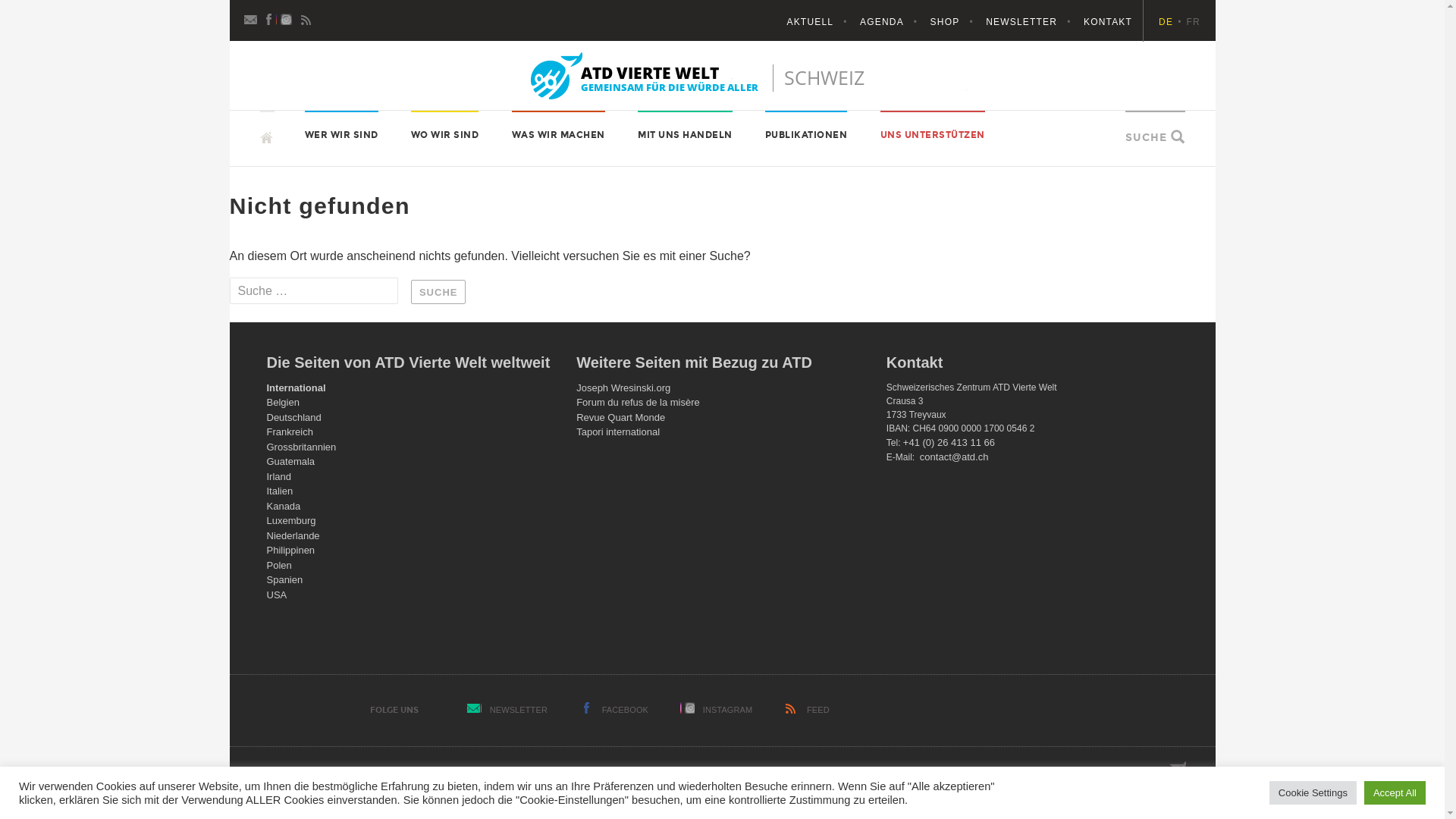  Describe the element at coordinates (817, 710) in the screenshot. I see `'FEED'` at that location.